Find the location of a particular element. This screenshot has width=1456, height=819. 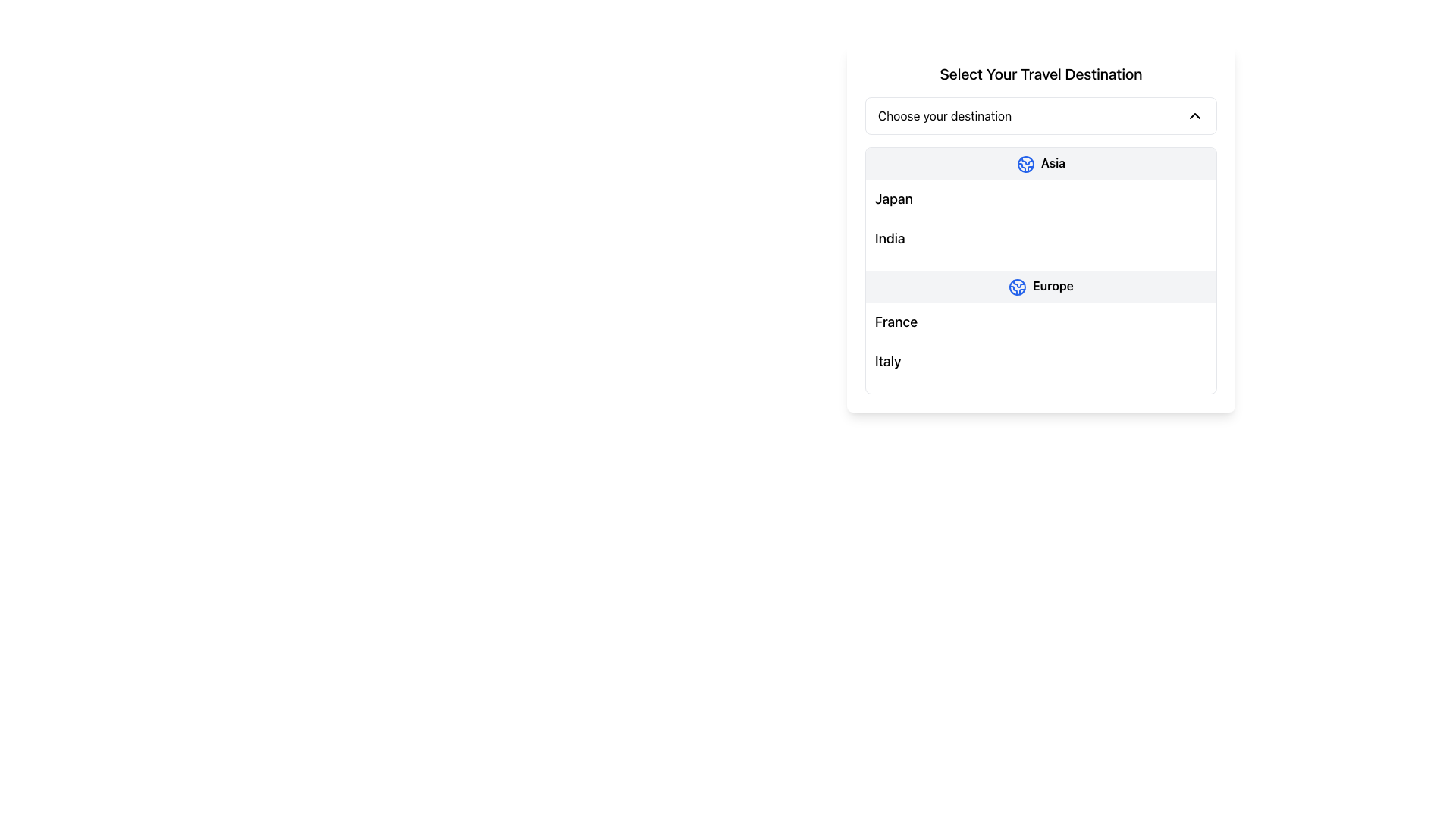

the icon representing the travel destination 'Europe' in the dropdown menu, located to the far left of its text label is located at coordinates (1018, 287).